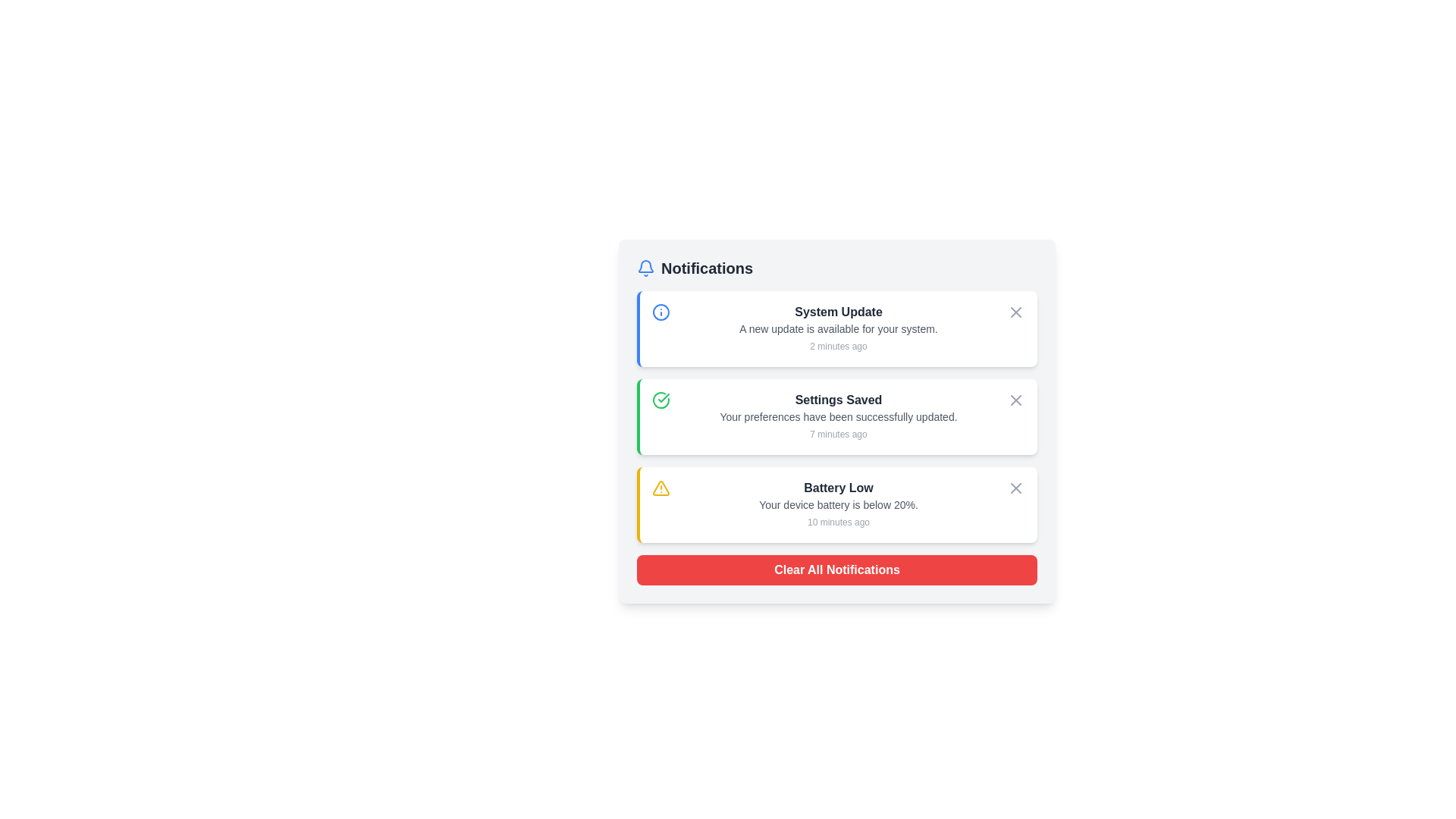  Describe the element at coordinates (837, 328) in the screenshot. I see `the static text element that displays the message 'A new update is available for your system.' located beneath the 'System Update' header in the notification card` at that location.